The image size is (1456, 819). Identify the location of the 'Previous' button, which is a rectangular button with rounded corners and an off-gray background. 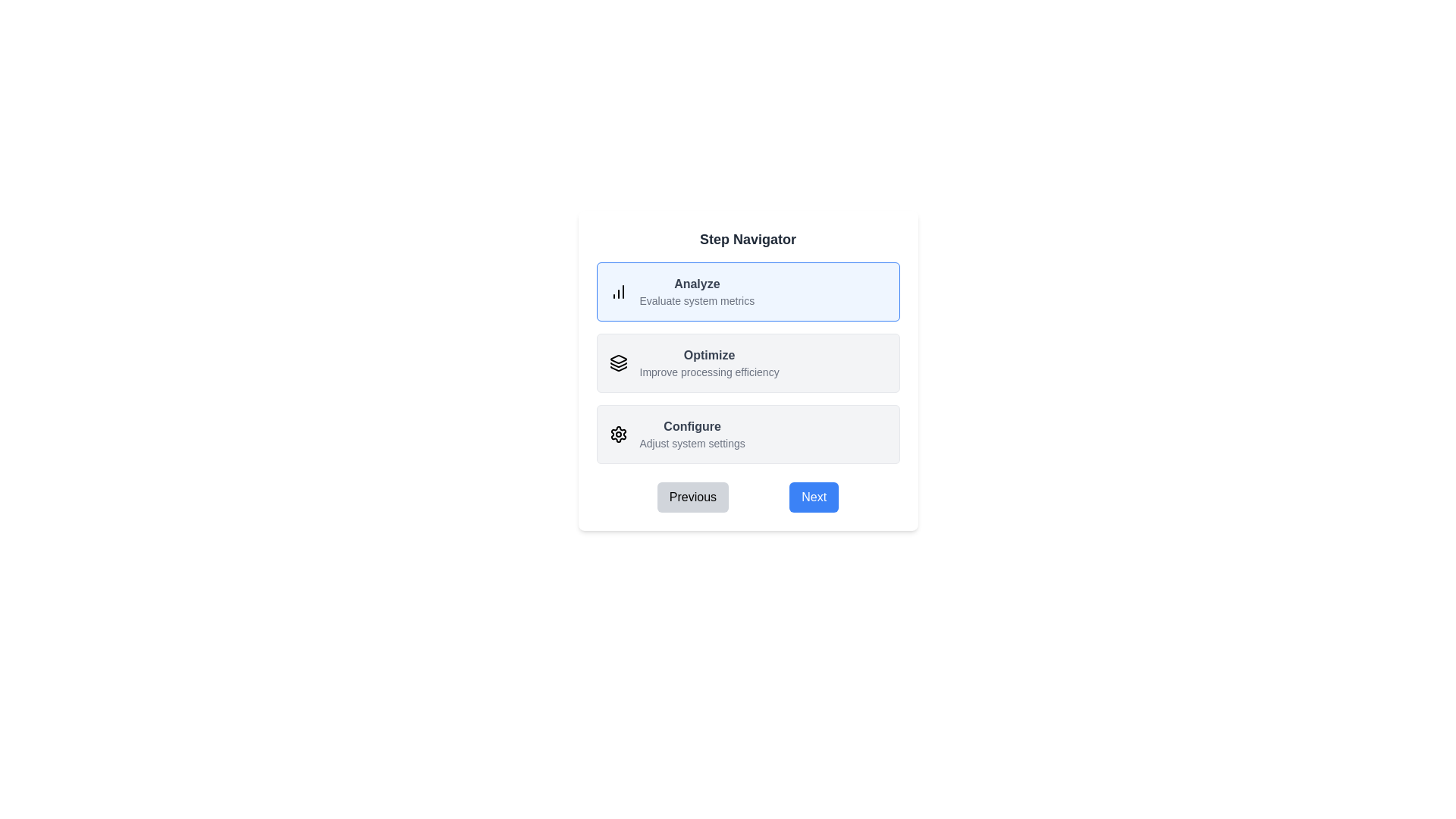
(692, 497).